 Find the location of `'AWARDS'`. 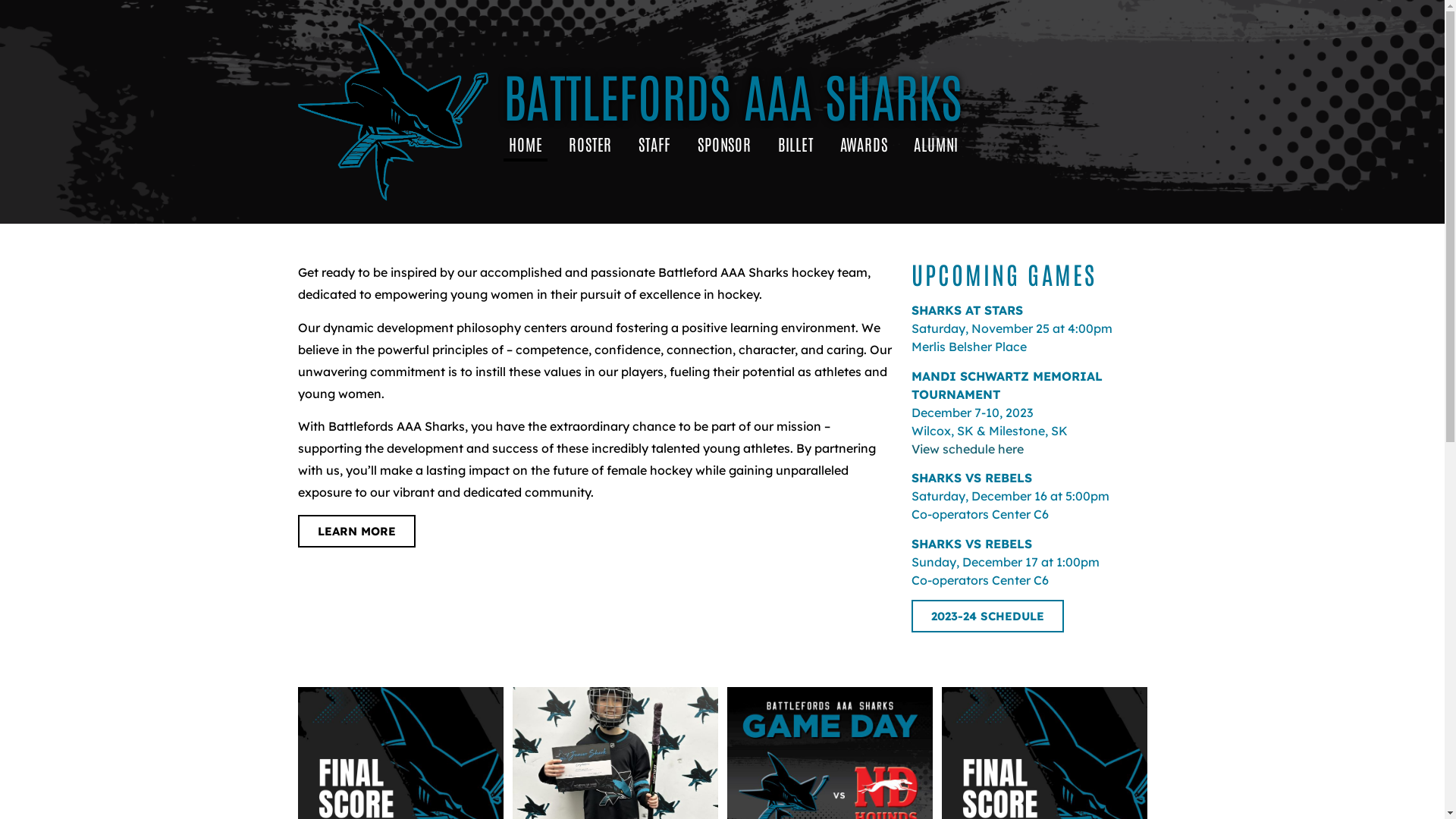

'AWARDS' is located at coordinates (833, 143).